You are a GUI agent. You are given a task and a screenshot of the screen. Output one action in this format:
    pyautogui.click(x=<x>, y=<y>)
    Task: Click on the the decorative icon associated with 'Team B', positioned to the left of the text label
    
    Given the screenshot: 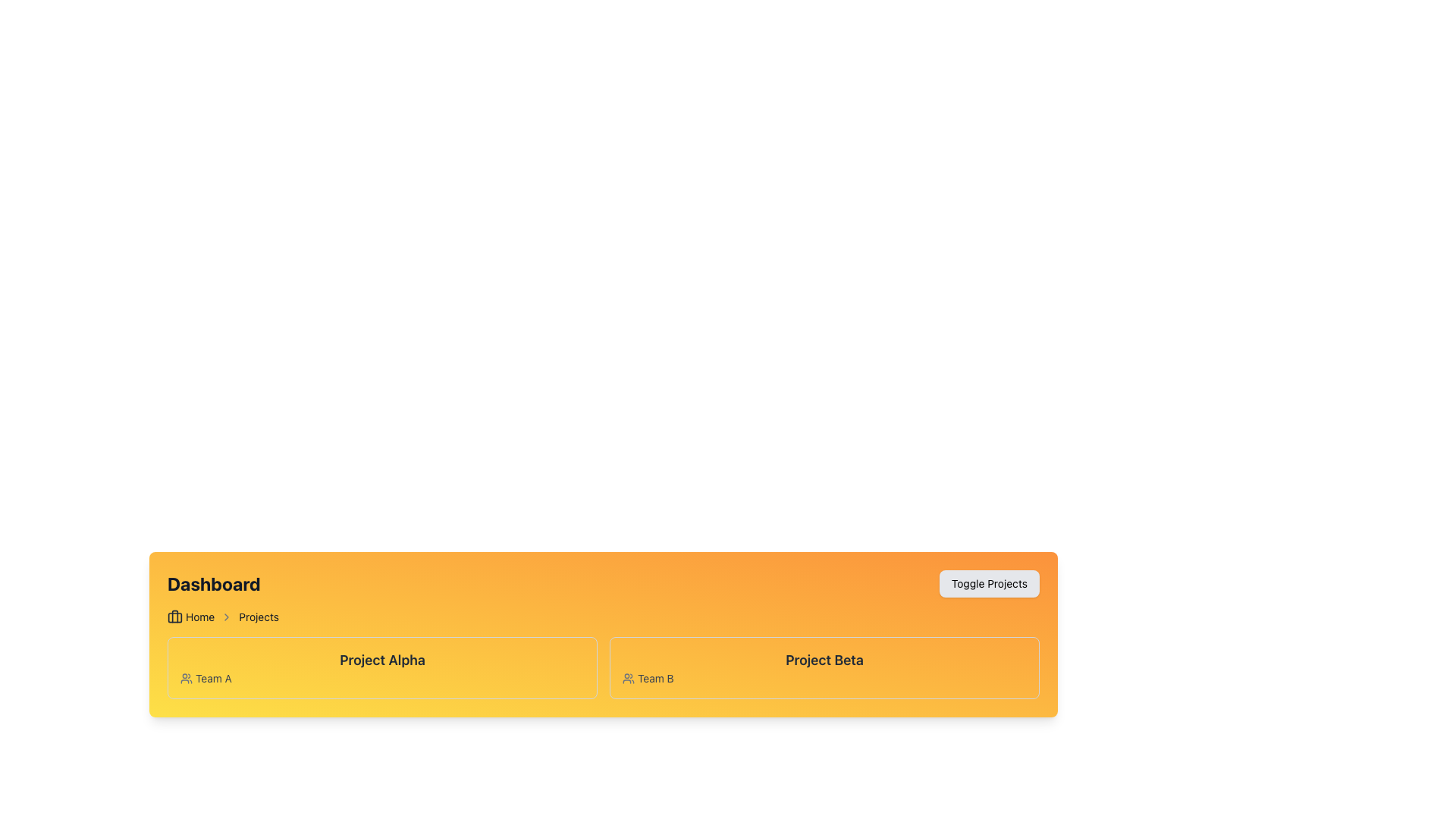 What is the action you would take?
    pyautogui.click(x=629, y=677)
    